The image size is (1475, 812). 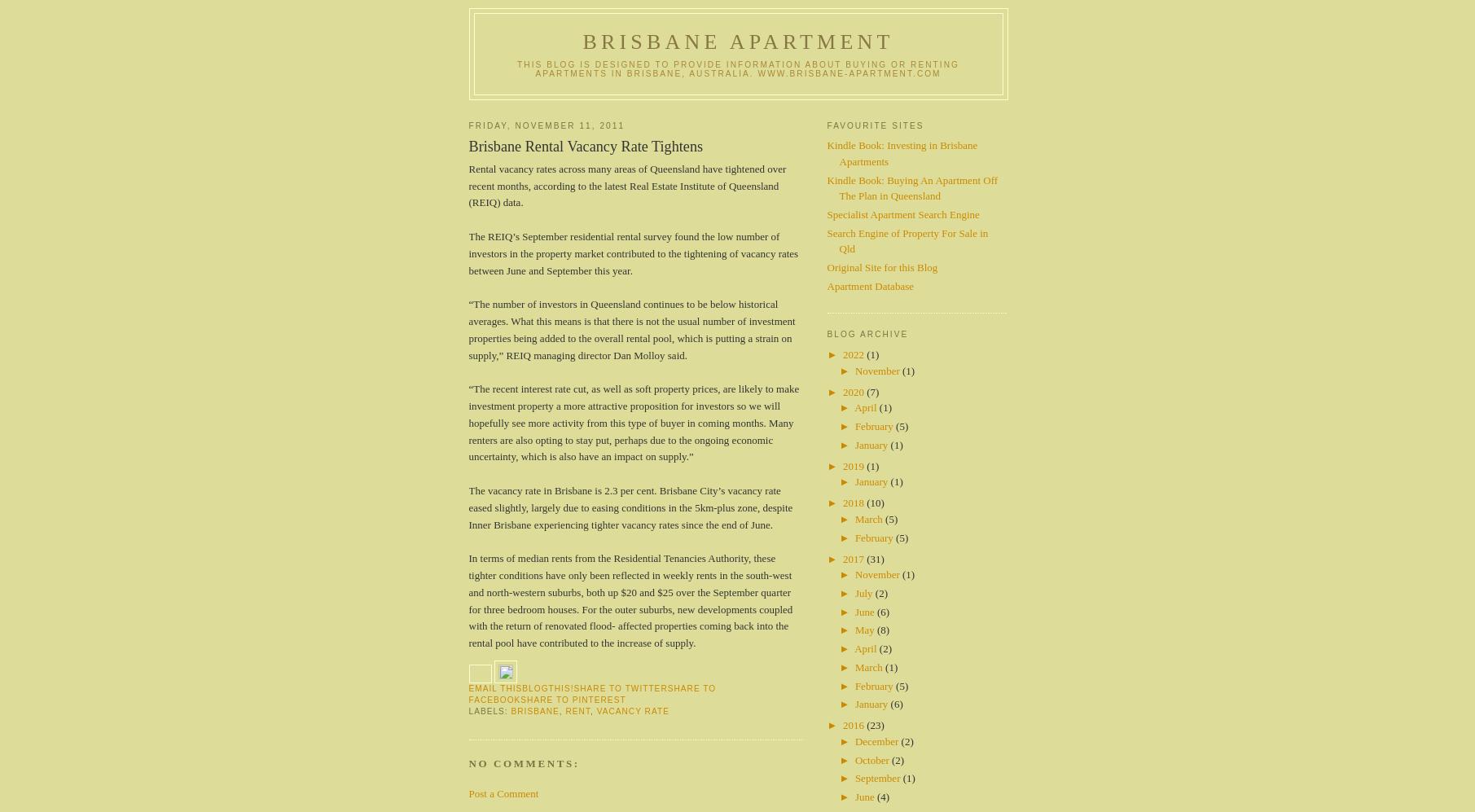 What do you see at coordinates (866, 724) in the screenshot?
I see `'(23)'` at bounding box center [866, 724].